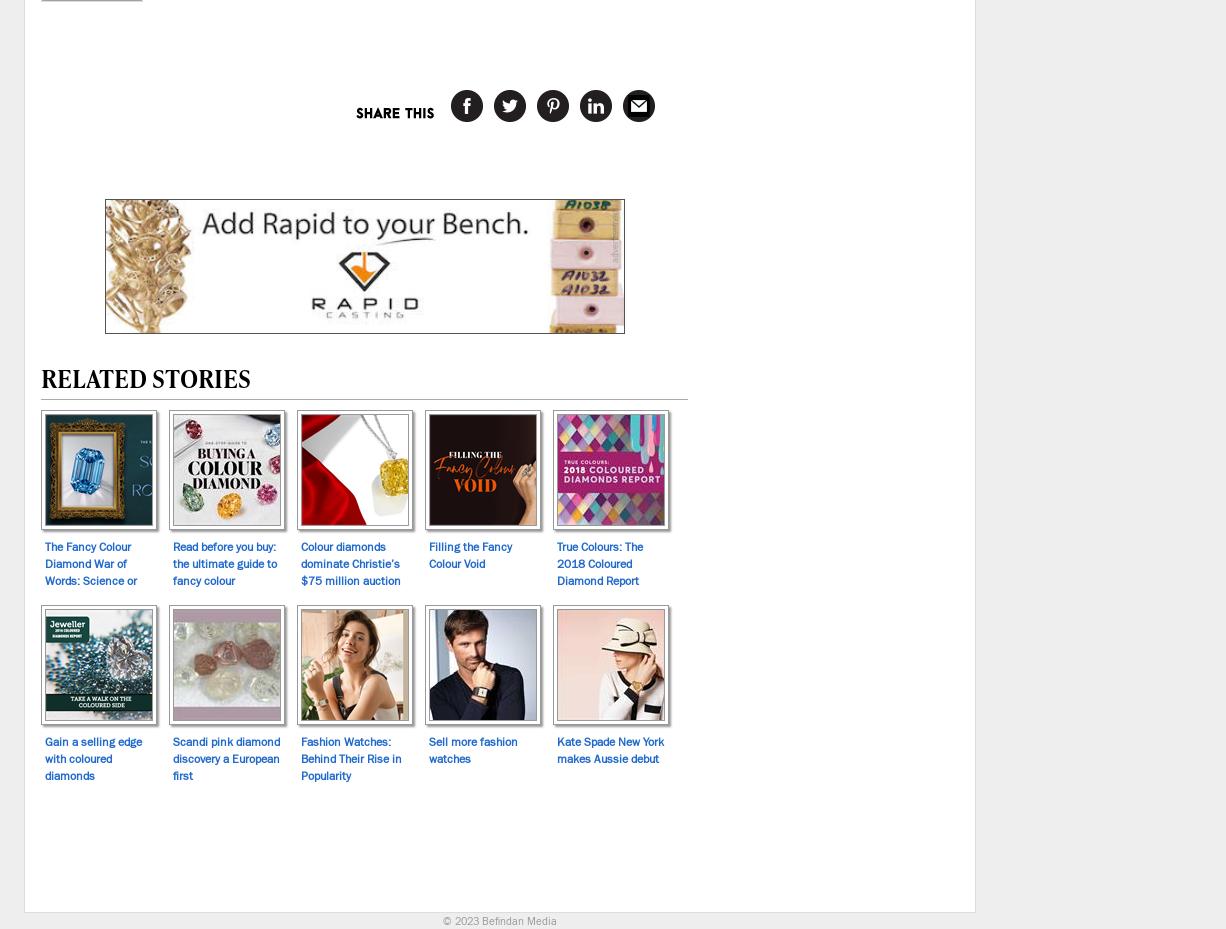 The height and width of the screenshot is (929, 1226). Describe the element at coordinates (226, 756) in the screenshot. I see `'Scandi pink diamond discovery a European first'` at that location.